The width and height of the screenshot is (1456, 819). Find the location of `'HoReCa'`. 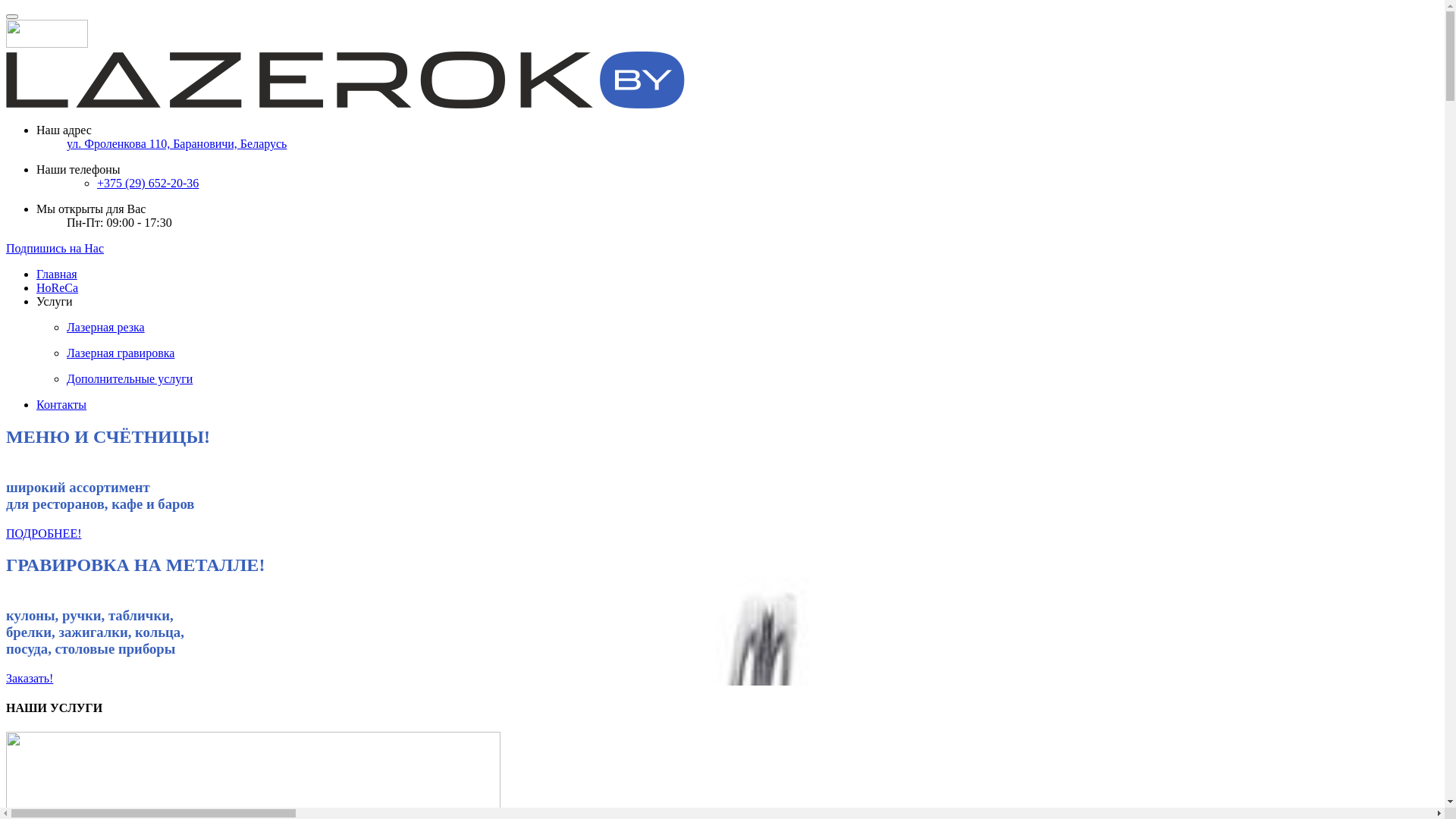

'HoReCa' is located at coordinates (57, 287).